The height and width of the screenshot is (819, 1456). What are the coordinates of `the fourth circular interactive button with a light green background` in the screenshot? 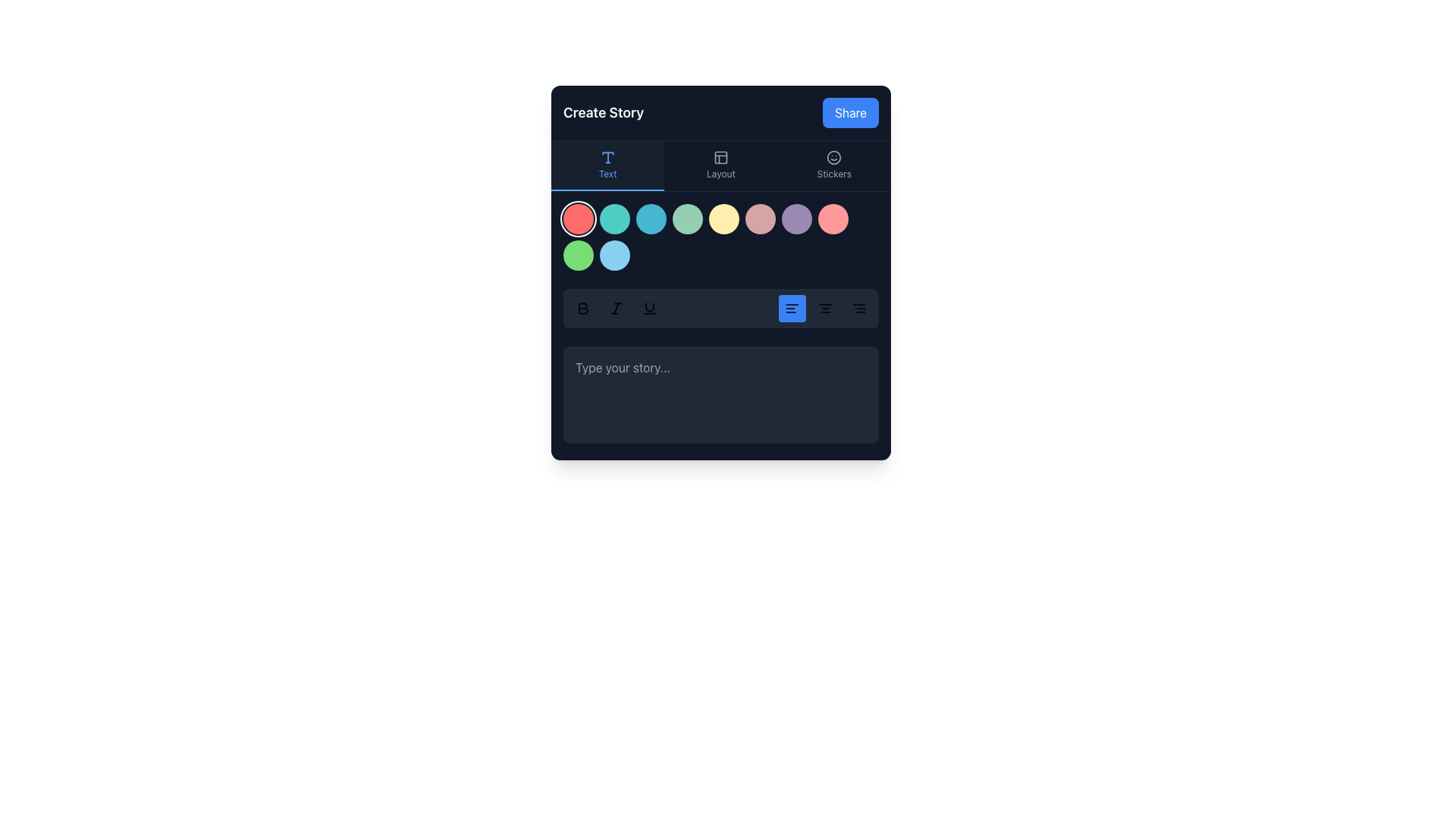 It's located at (687, 219).